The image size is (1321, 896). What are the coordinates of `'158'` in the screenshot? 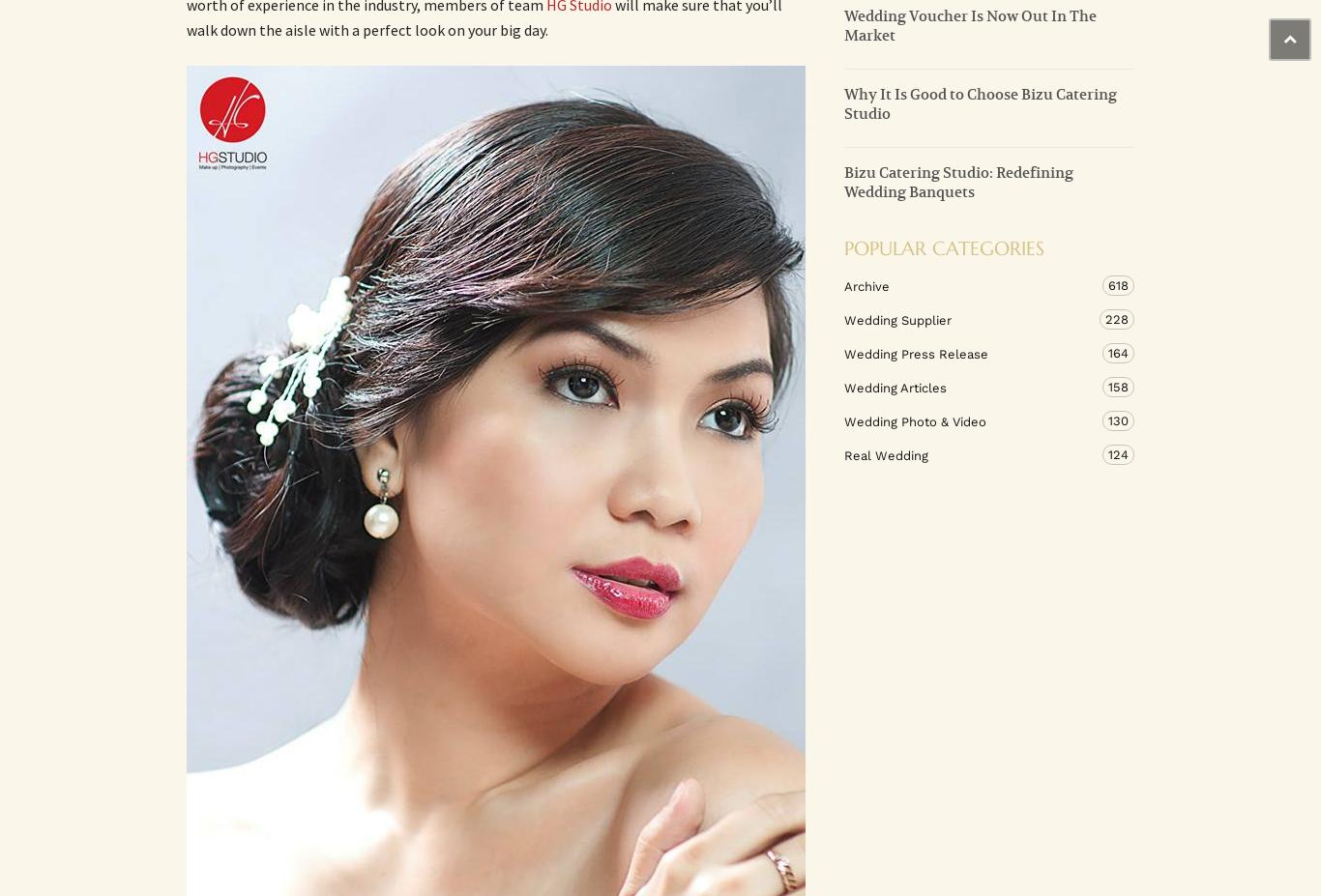 It's located at (1118, 385).